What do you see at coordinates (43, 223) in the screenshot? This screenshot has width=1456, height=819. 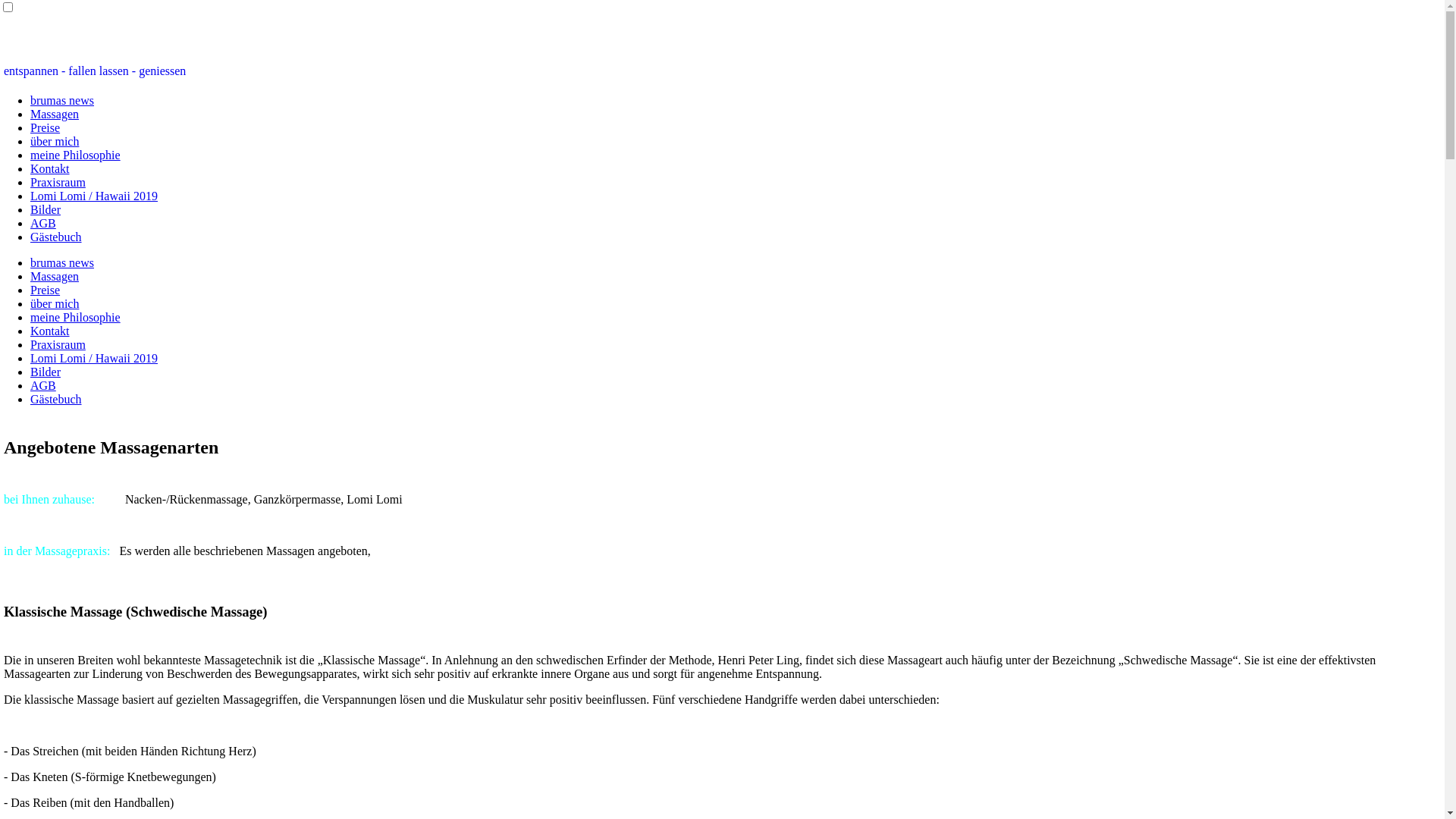 I see `'AGB'` at bounding box center [43, 223].